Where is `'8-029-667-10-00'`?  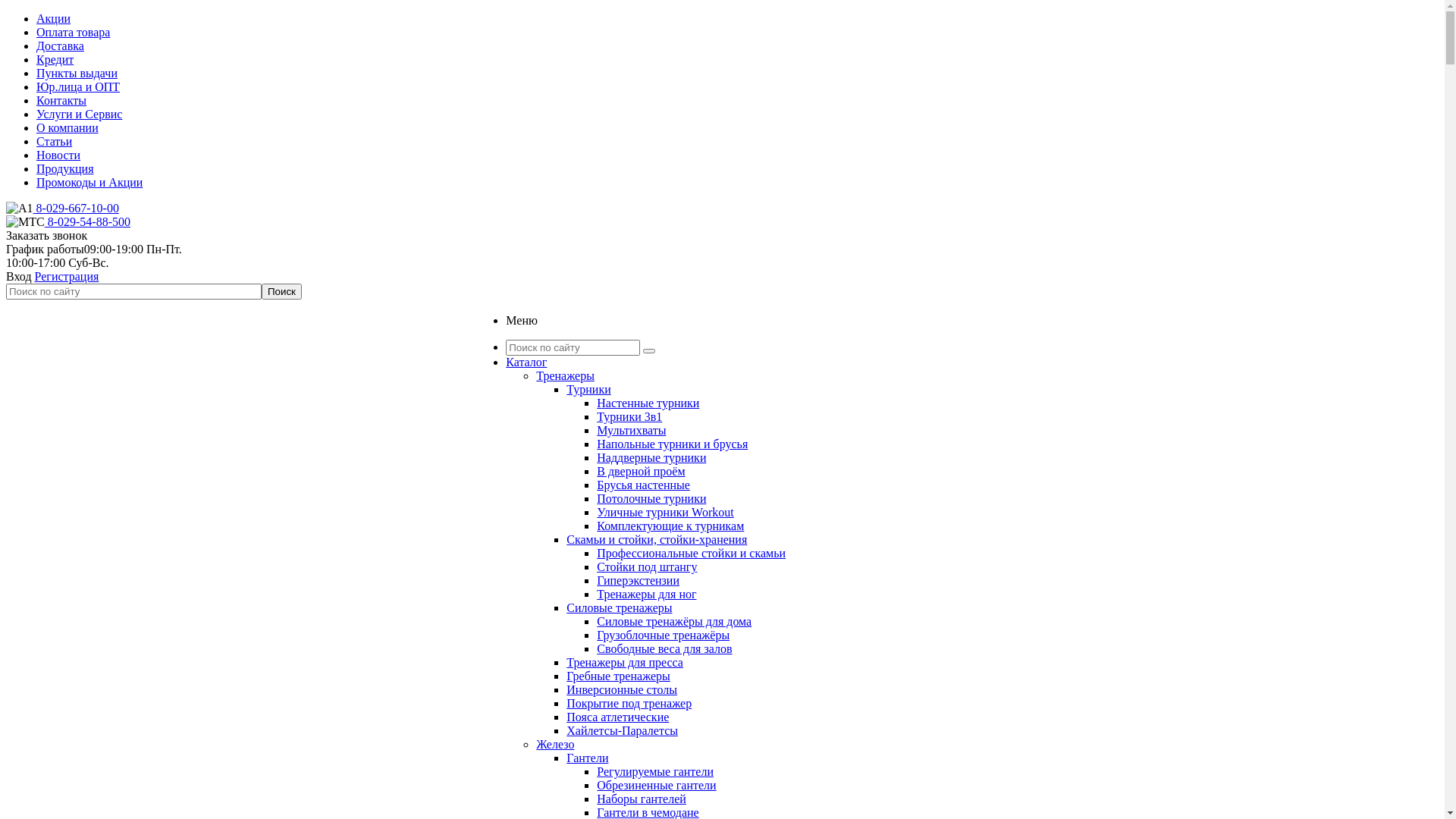 '8-029-667-10-00' is located at coordinates (33, 208).